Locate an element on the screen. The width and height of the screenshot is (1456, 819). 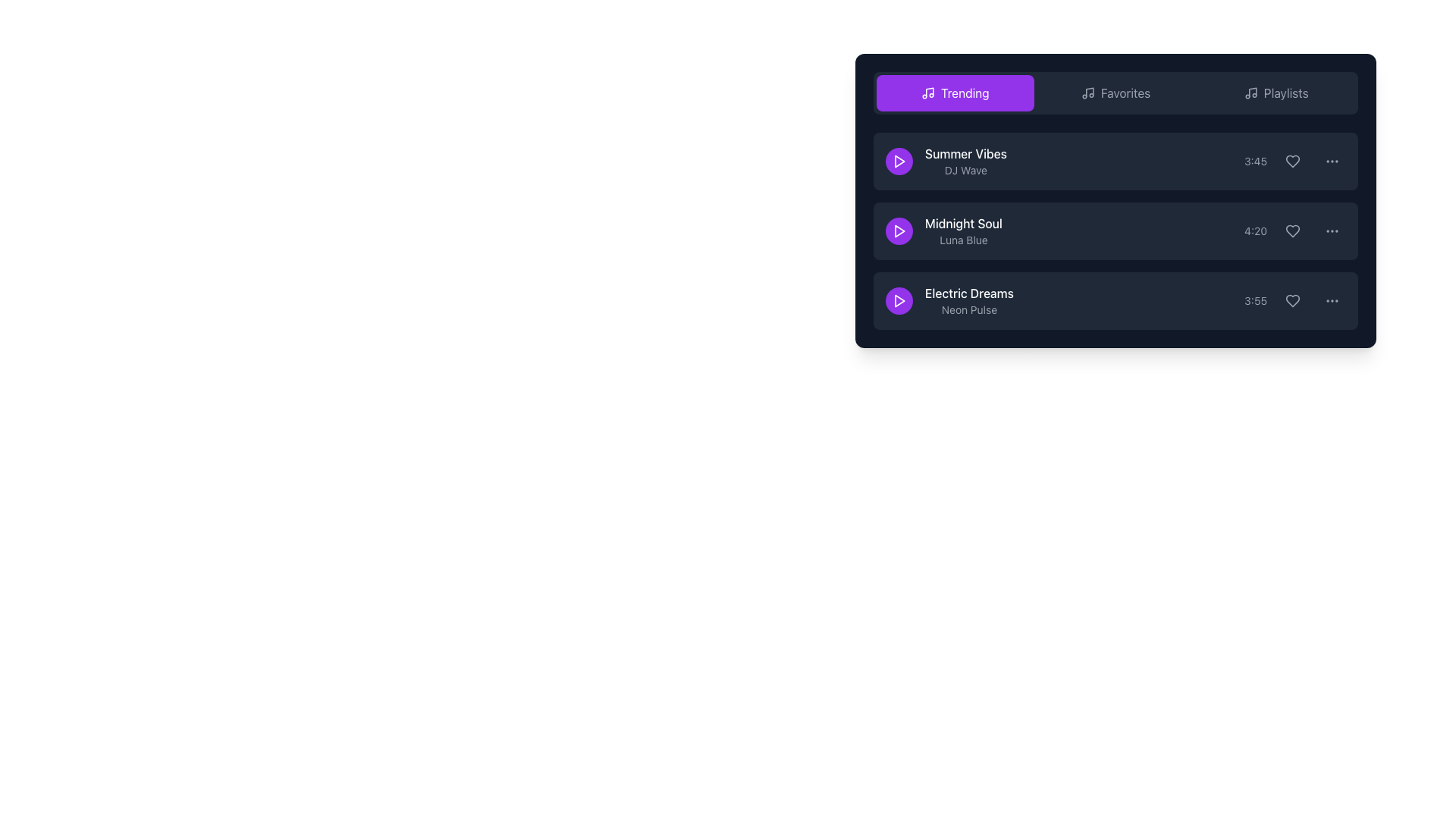
the heart-shaped icon button indicating a 'like' or 'favorite' action, which is positioned after the timestamp '3:55' in the 'Electric Dreams' track row is located at coordinates (1291, 301).